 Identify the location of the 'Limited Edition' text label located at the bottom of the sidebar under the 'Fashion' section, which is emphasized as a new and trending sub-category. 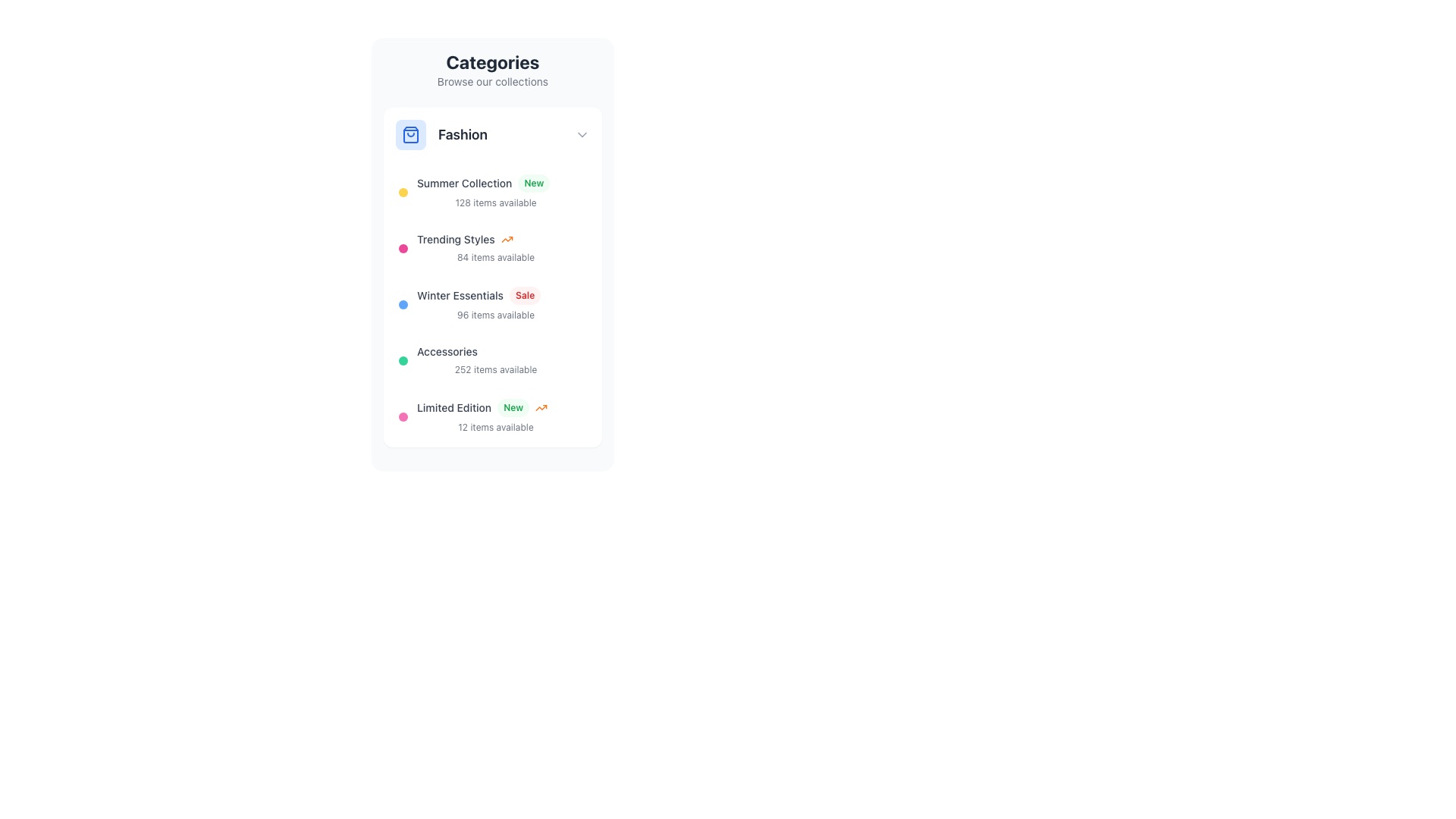
(495, 406).